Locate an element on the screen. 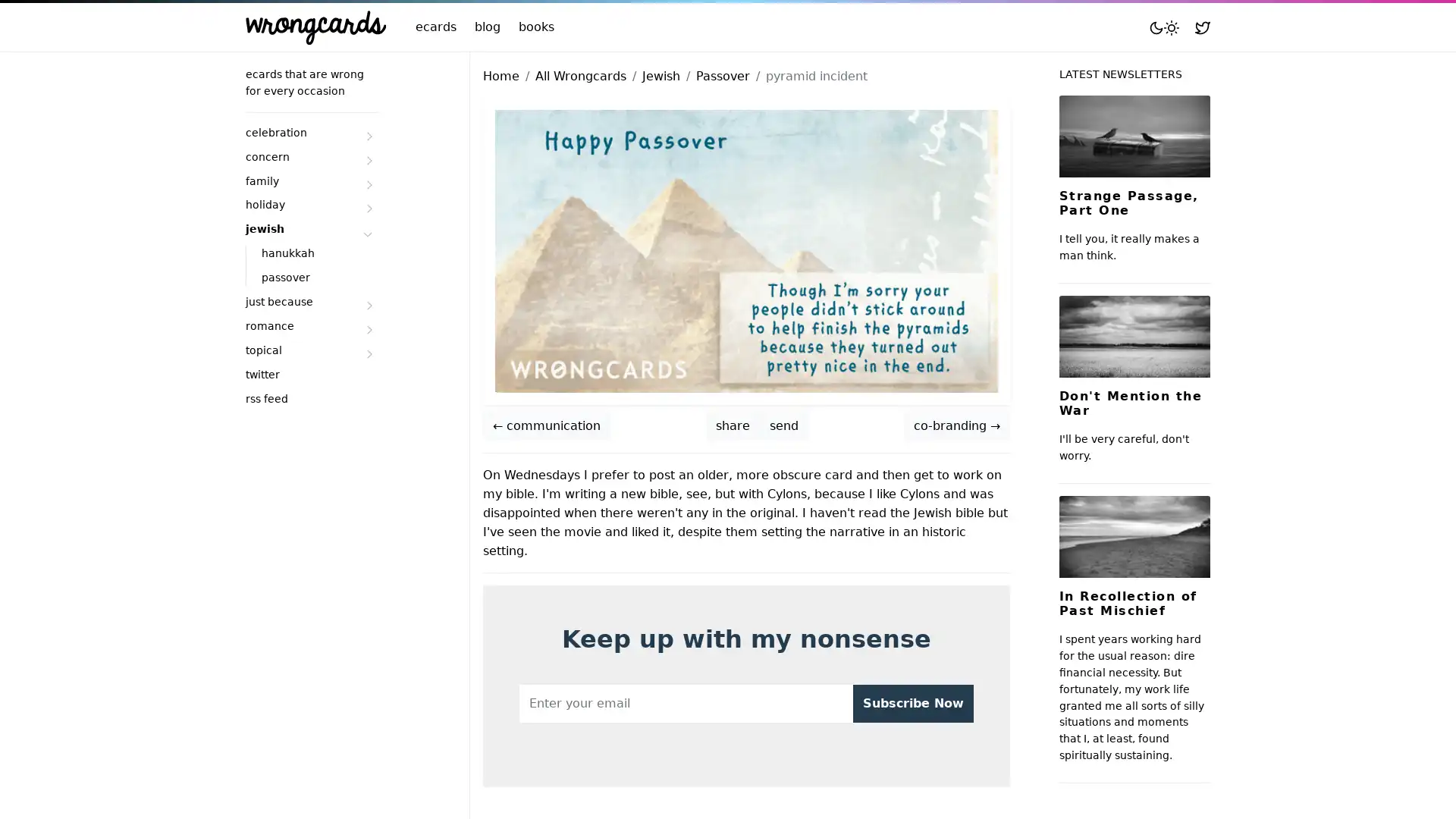  Submenu is located at coordinates (367, 134).